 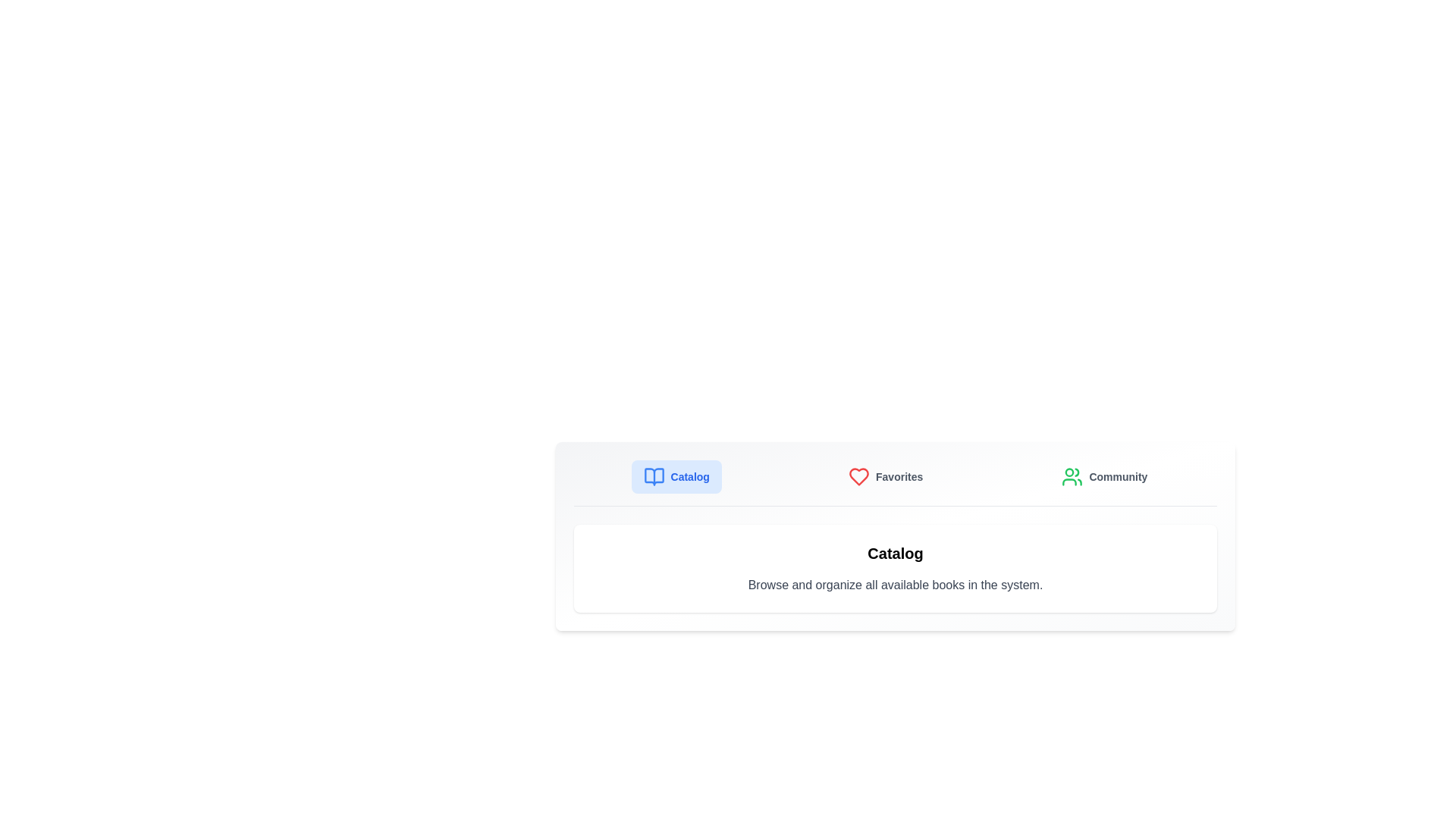 I want to click on the Catalog tab to observe visual feedback, so click(x=676, y=475).